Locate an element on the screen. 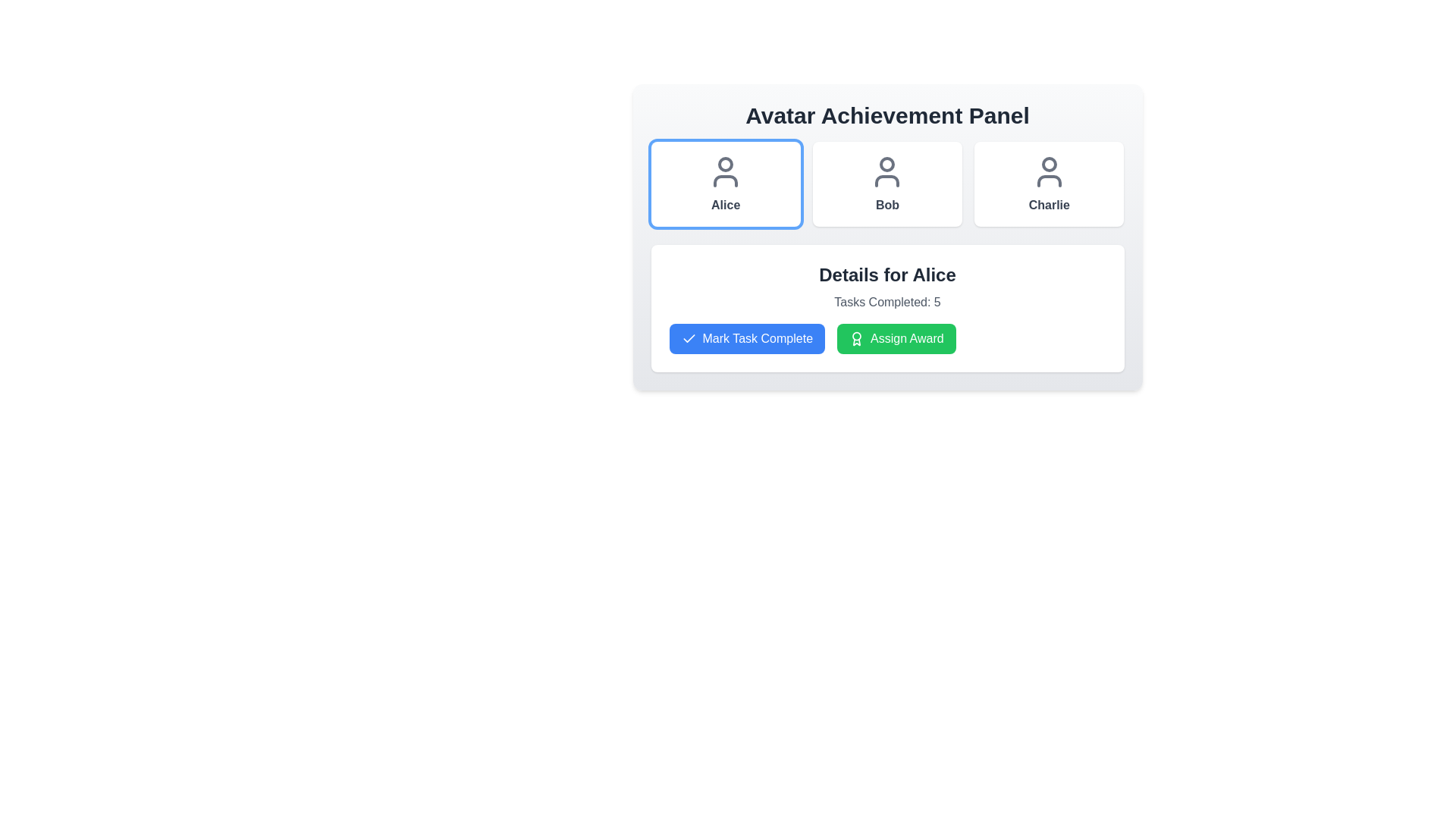  the icon representing the action of marking a task as complete, located within the 'Mark Task Complete' button in the 'Details for Alice' section is located at coordinates (688, 338).